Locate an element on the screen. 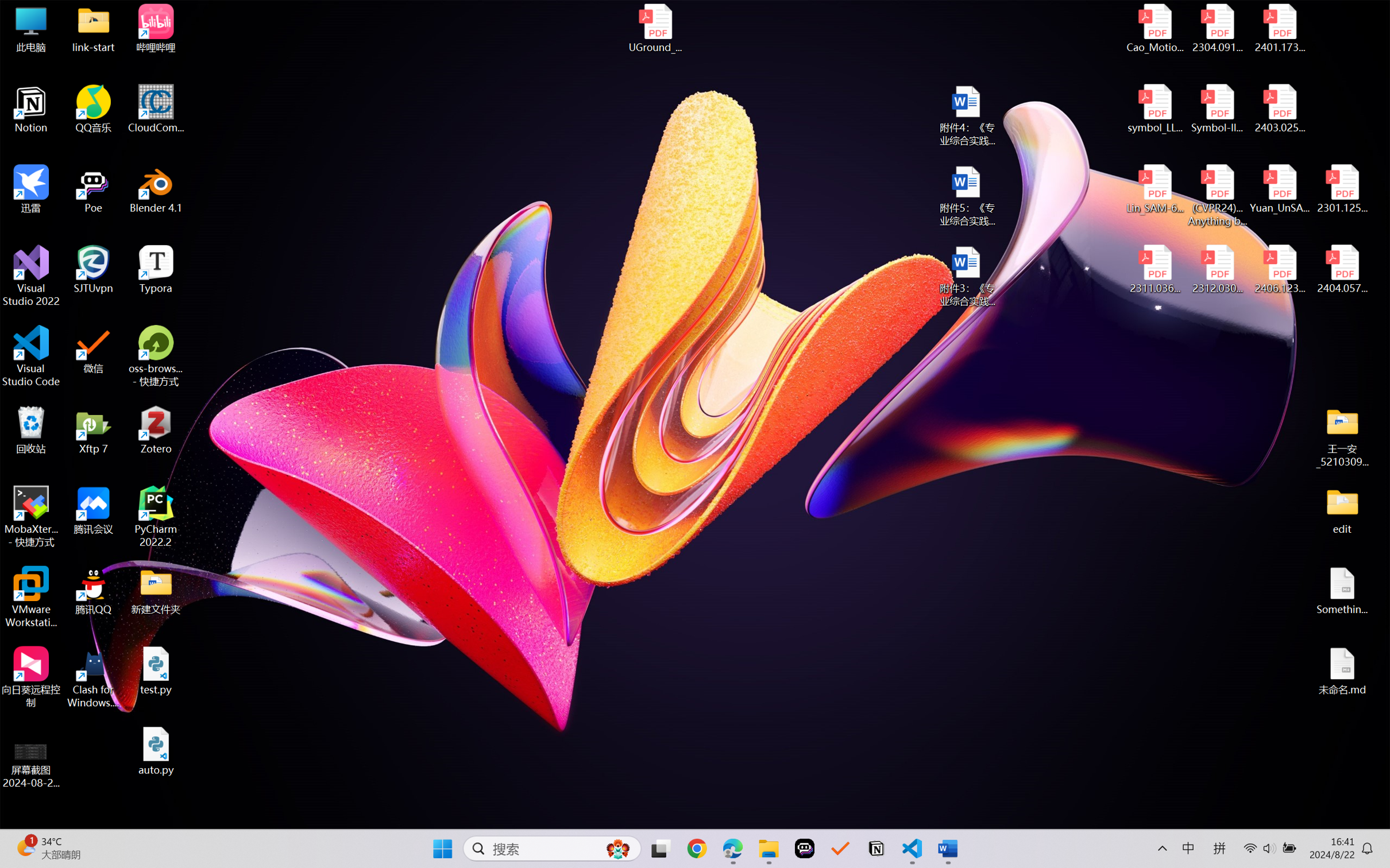 The image size is (1390, 868). 'Symbol-llm-v2.pdf' is located at coordinates (1217, 109).